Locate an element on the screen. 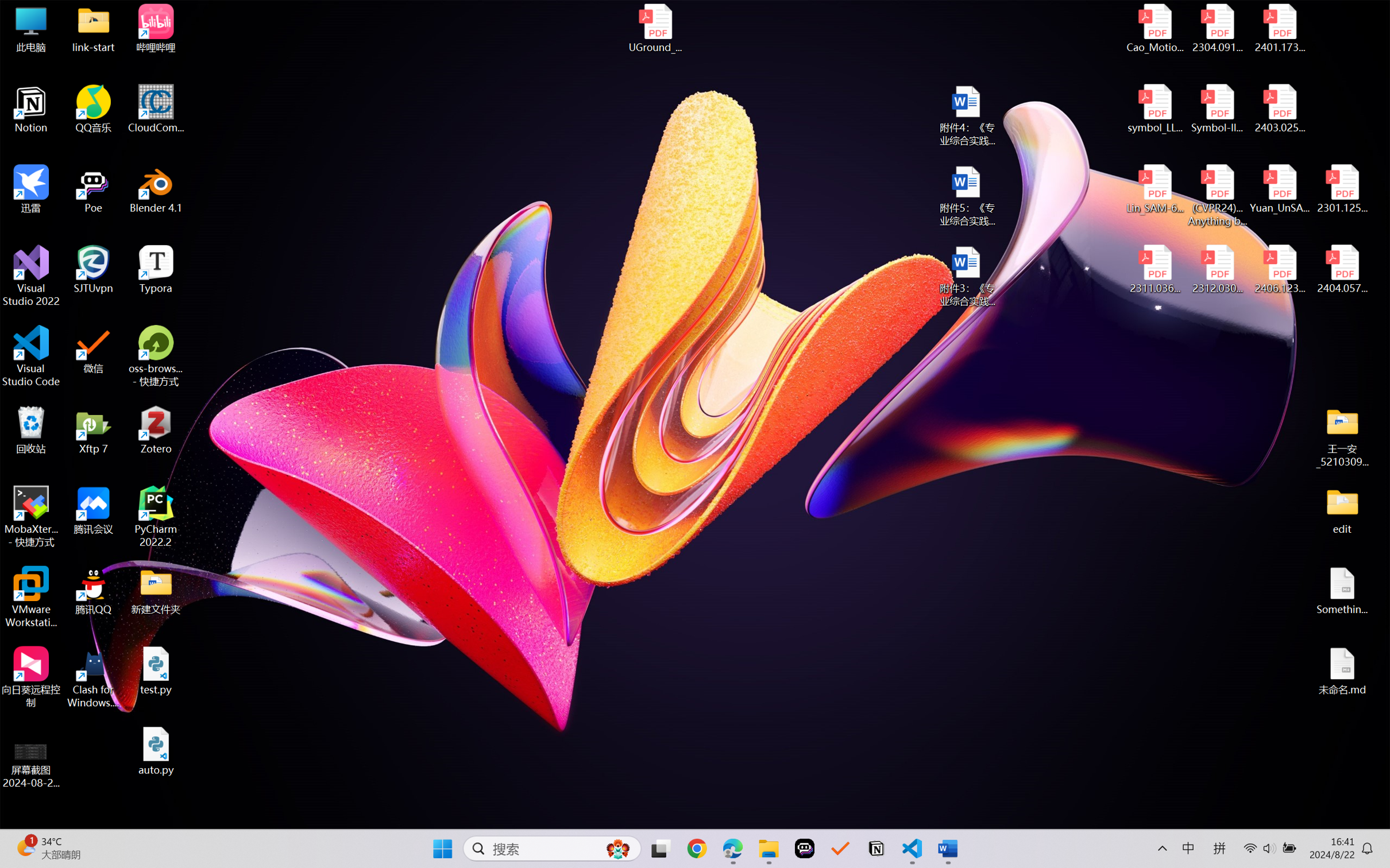 The image size is (1390, 868). 'Symbol-llm-v2.pdf' is located at coordinates (1217, 109).